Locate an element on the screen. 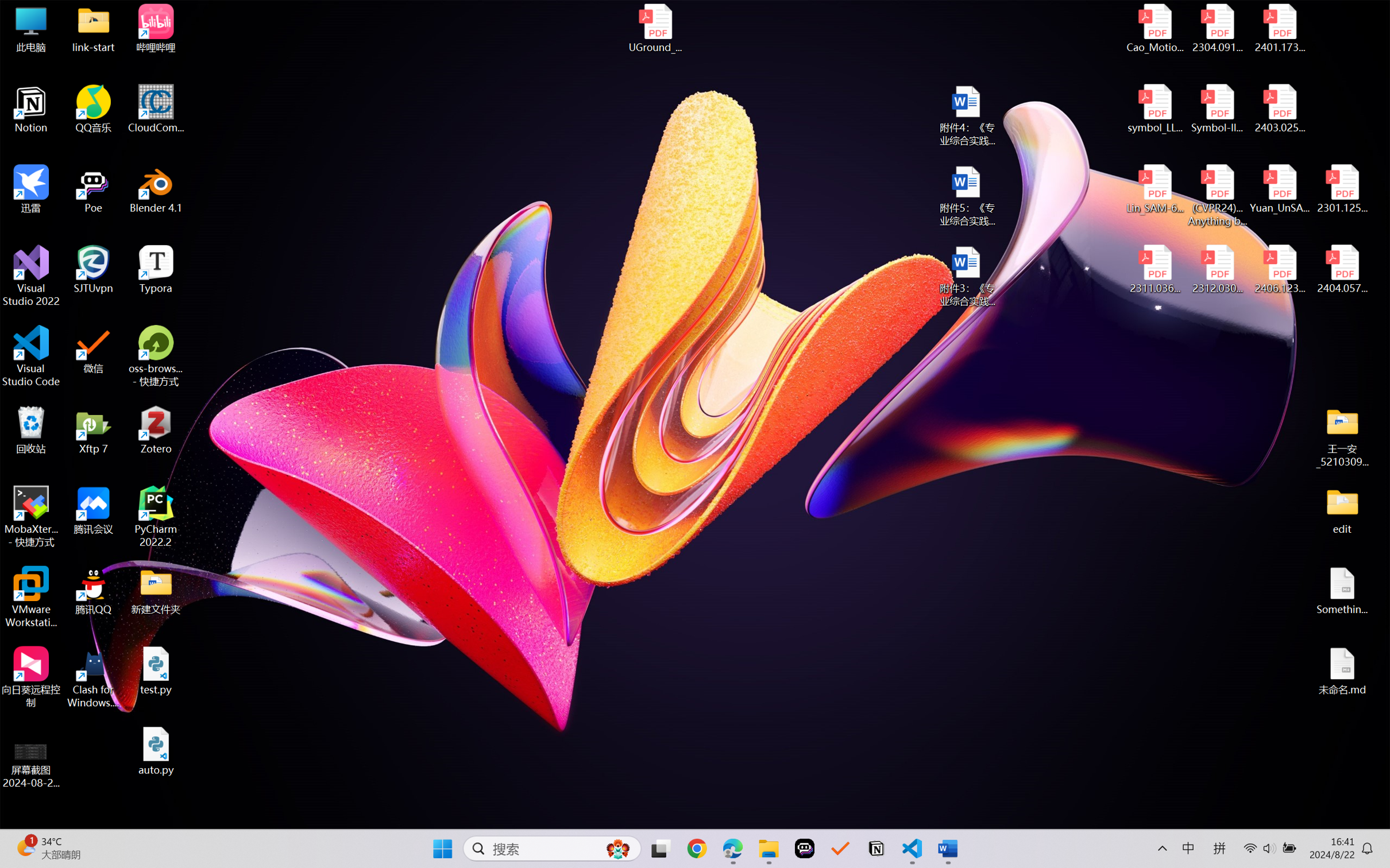 The image size is (1390, 868). 'Symbol-llm-v2.pdf' is located at coordinates (1217, 109).